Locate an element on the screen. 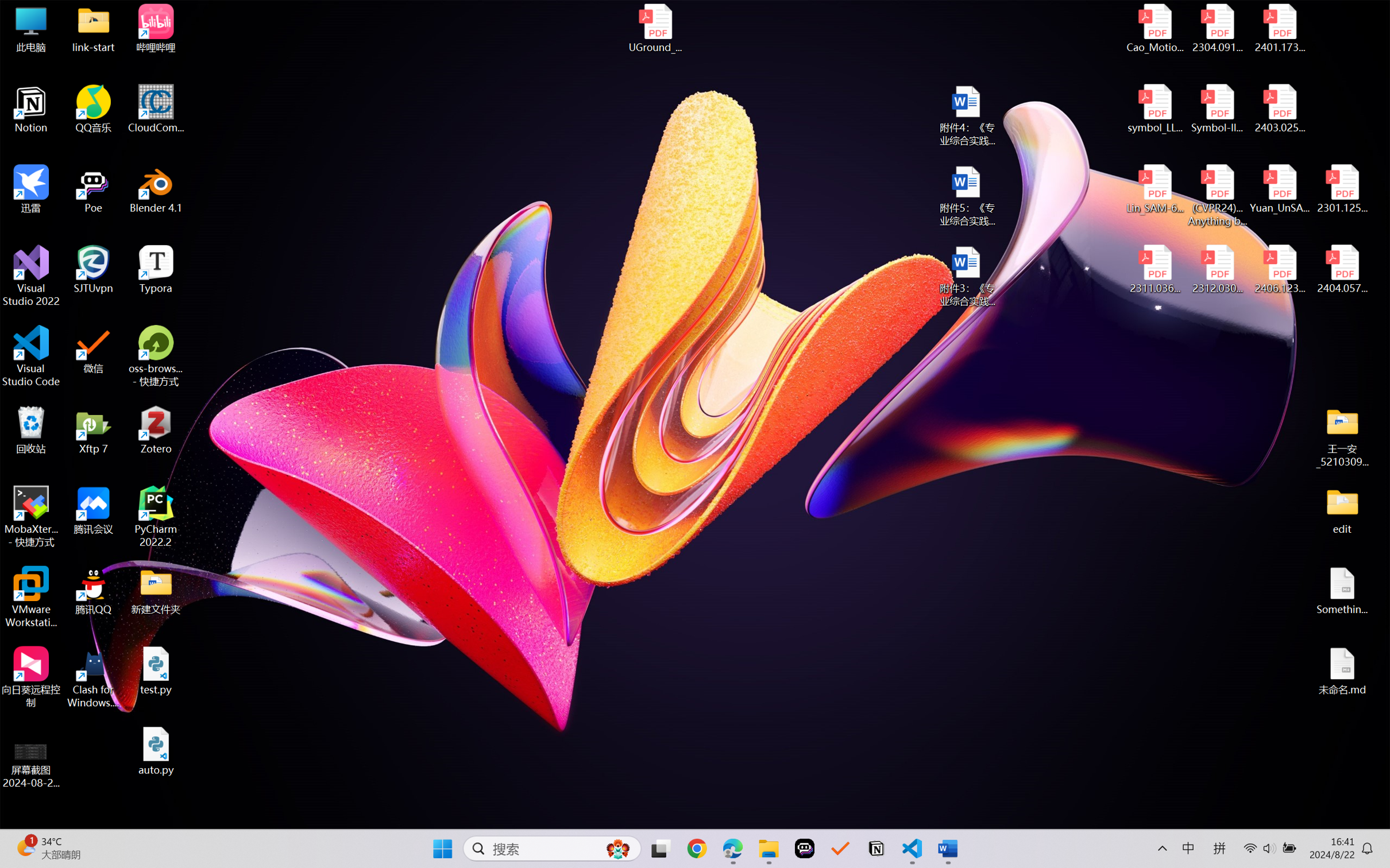 The image size is (1390, 868). 'Symbol-llm-v2.pdf' is located at coordinates (1217, 109).